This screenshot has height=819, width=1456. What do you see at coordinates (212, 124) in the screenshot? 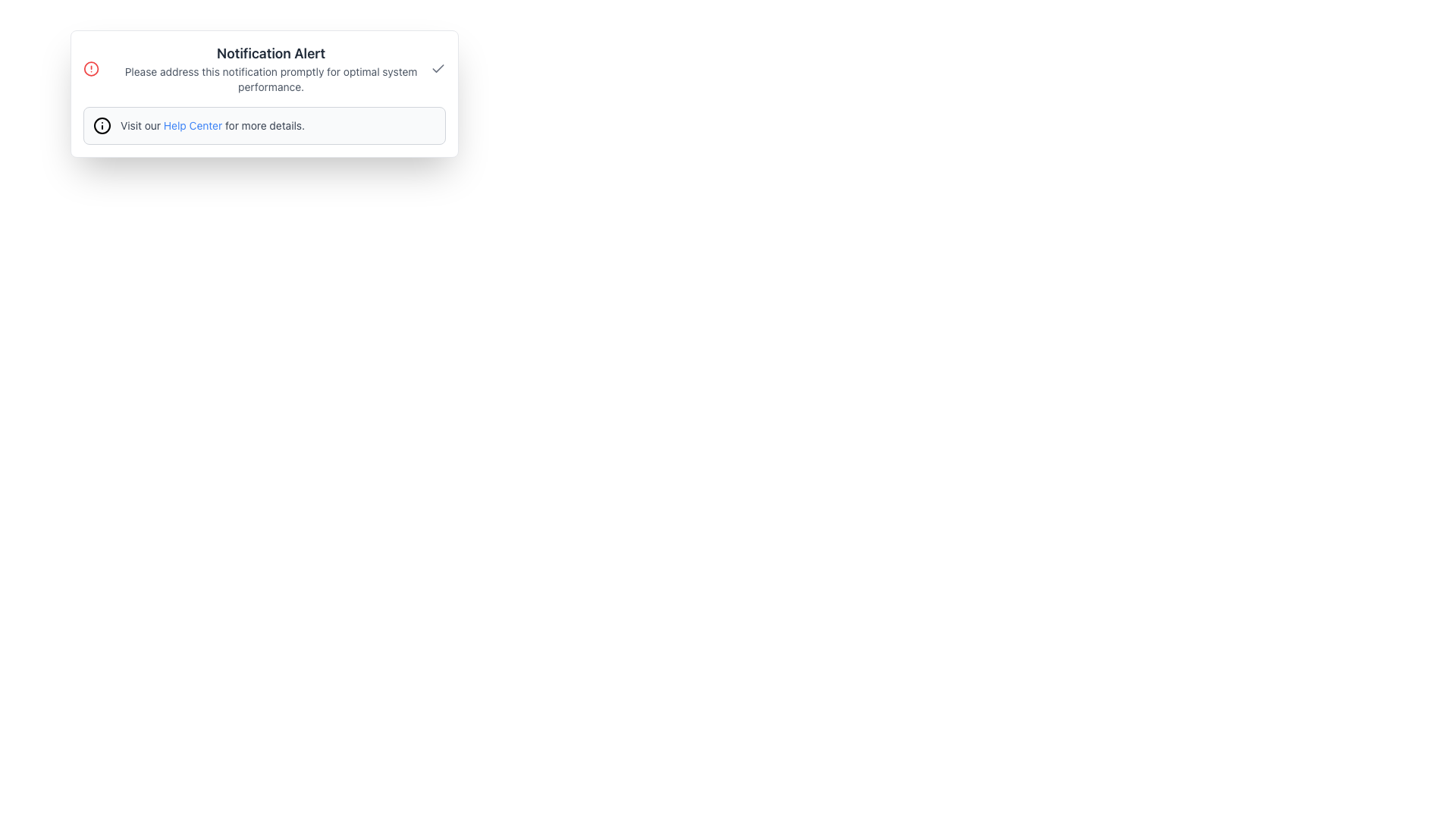
I see `the 'Help Center' hyperlink in the text snippet styled with a smaller font size and gray color, located in the lower section of the notification box` at bounding box center [212, 124].